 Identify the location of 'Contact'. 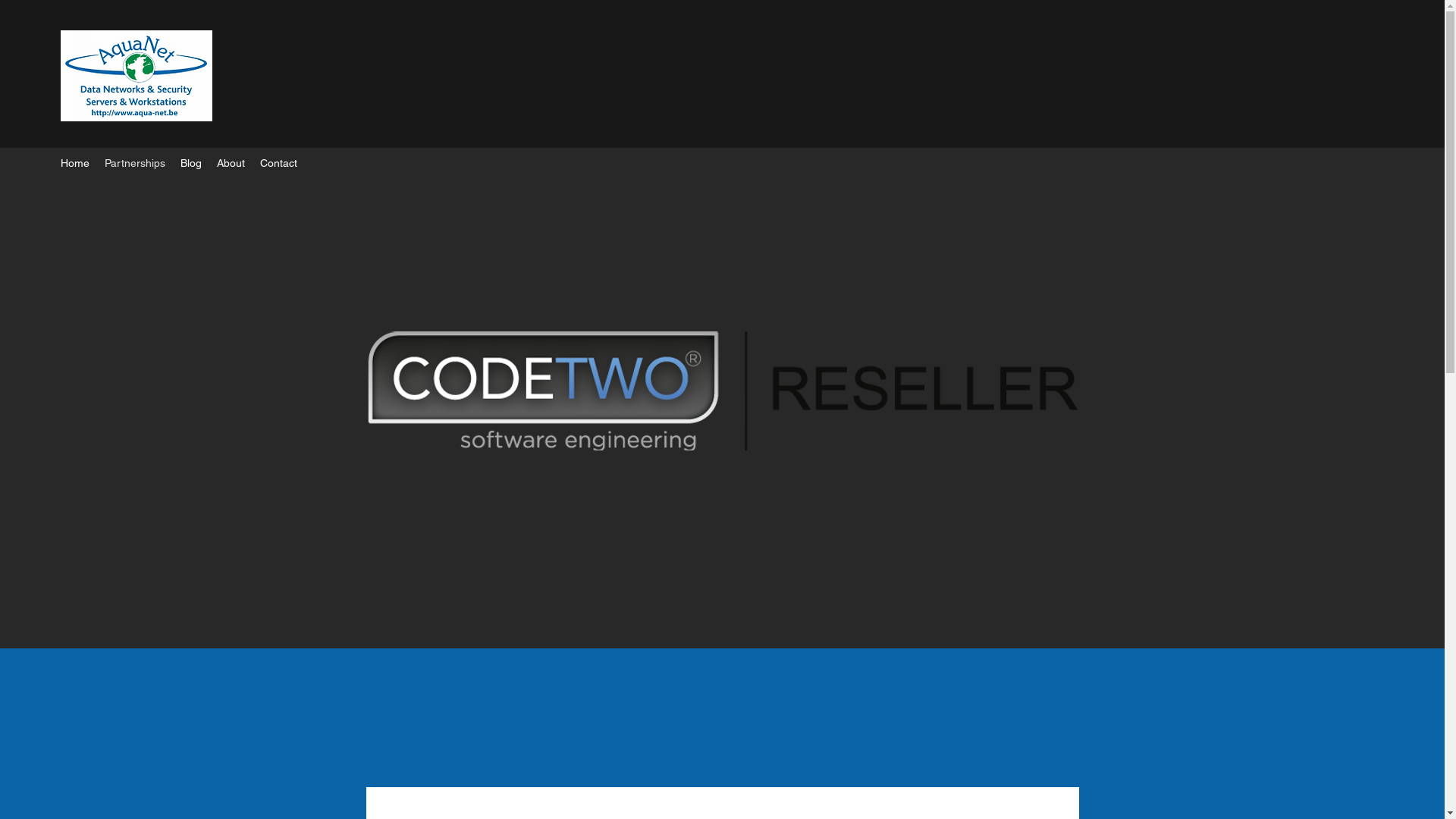
(278, 163).